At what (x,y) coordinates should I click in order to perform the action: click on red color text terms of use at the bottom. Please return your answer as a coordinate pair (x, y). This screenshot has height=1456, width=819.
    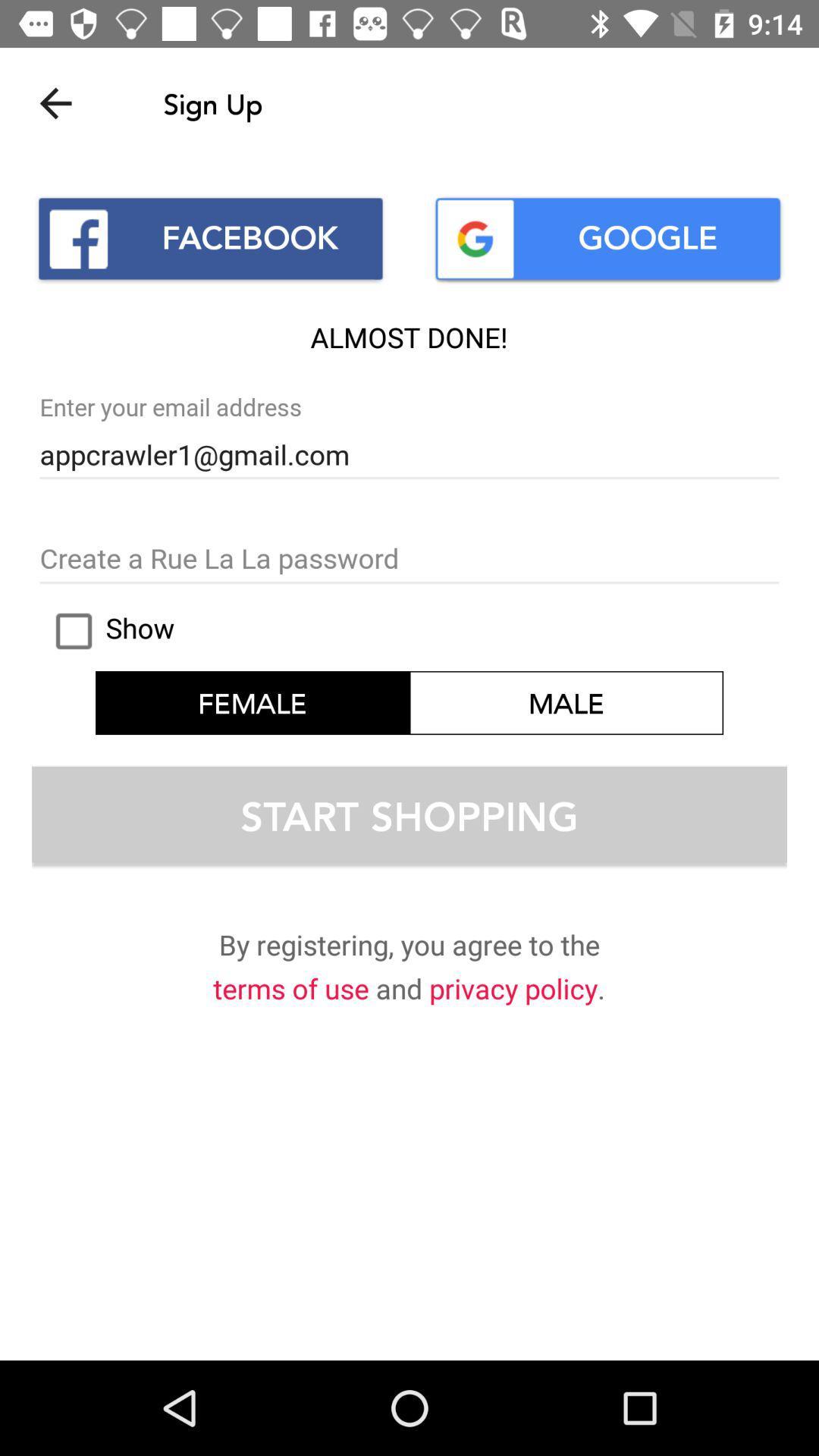
    Looking at the image, I should click on (291, 992).